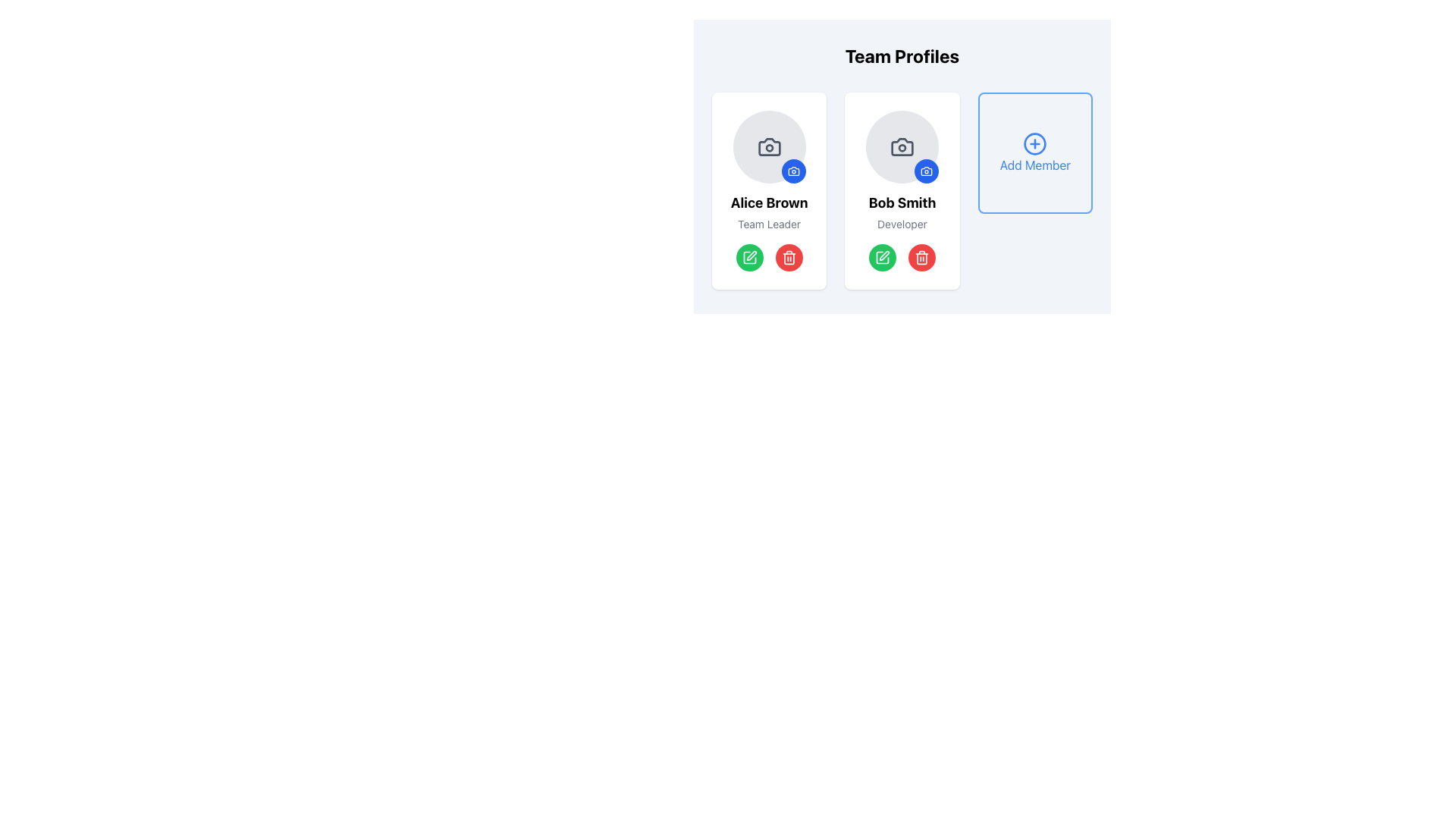  Describe the element at coordinates (769, 256) in the screenshot. I see `the green button in the control group for managing the user profile of 'Alice Brown, Team Leader'` at that location.